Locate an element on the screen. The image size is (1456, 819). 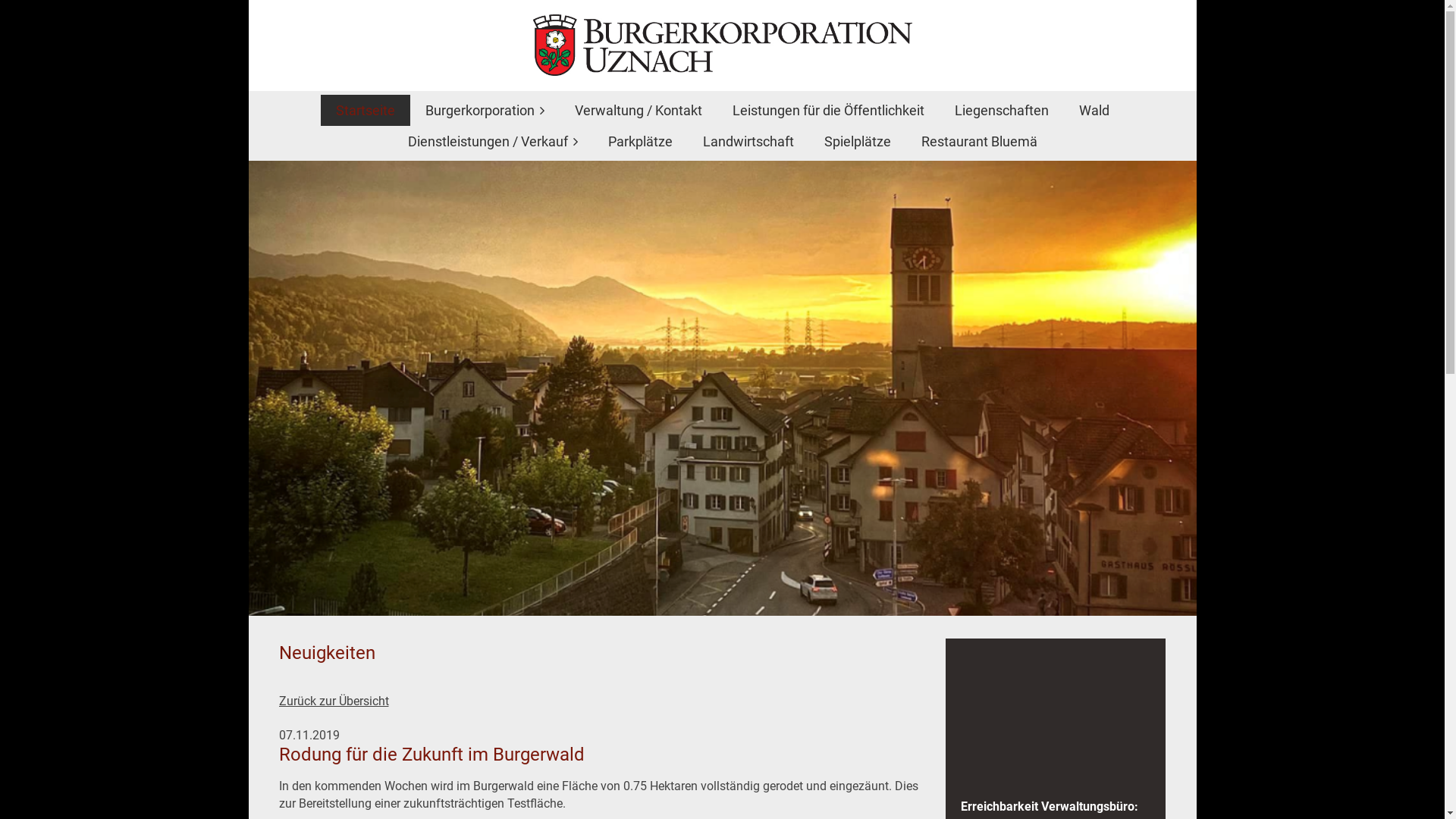
'Landwirtschaft' is located at coordinates (747, 141).